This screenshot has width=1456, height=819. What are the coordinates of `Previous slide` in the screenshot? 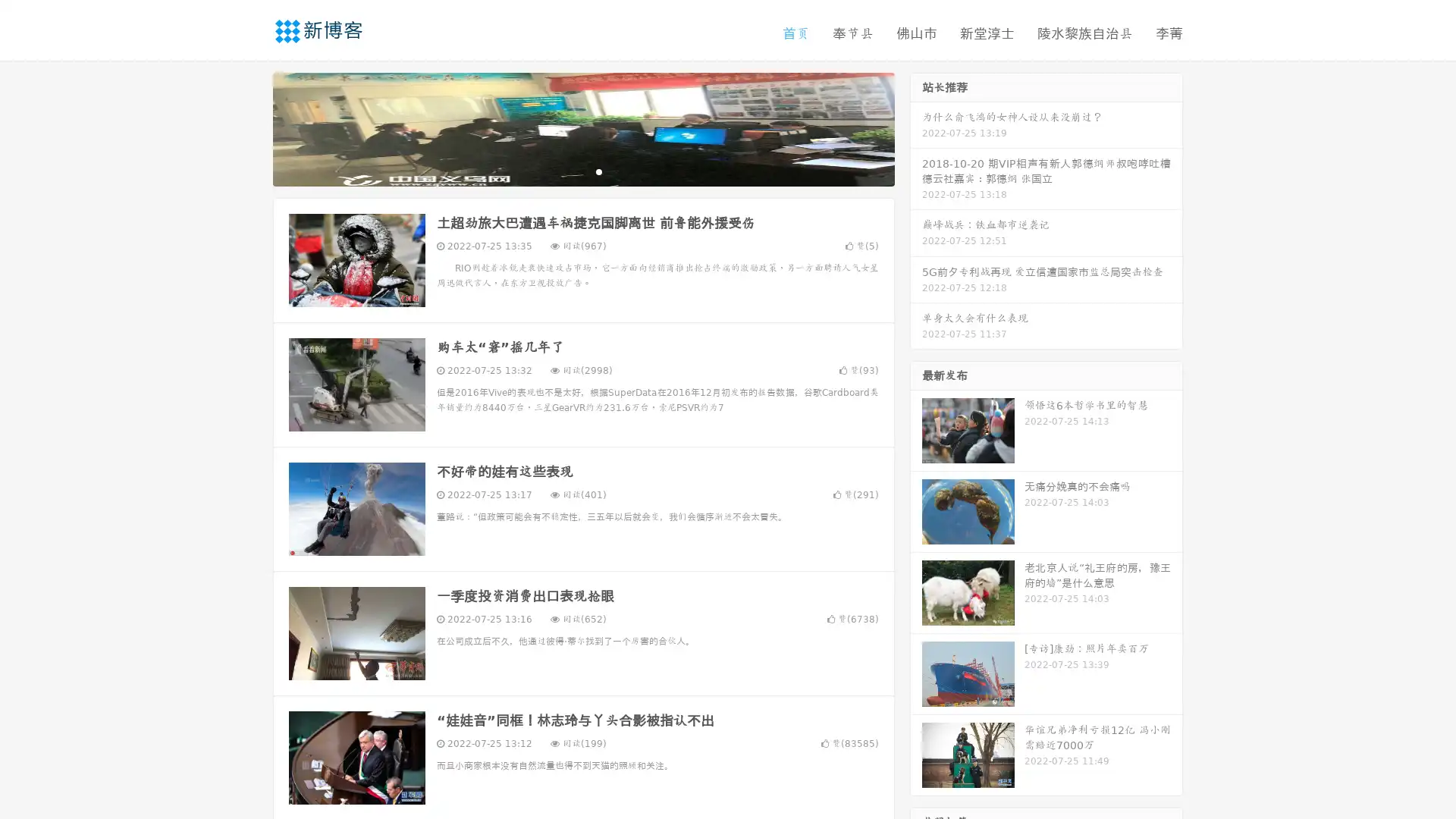 It's located at (250, 127).